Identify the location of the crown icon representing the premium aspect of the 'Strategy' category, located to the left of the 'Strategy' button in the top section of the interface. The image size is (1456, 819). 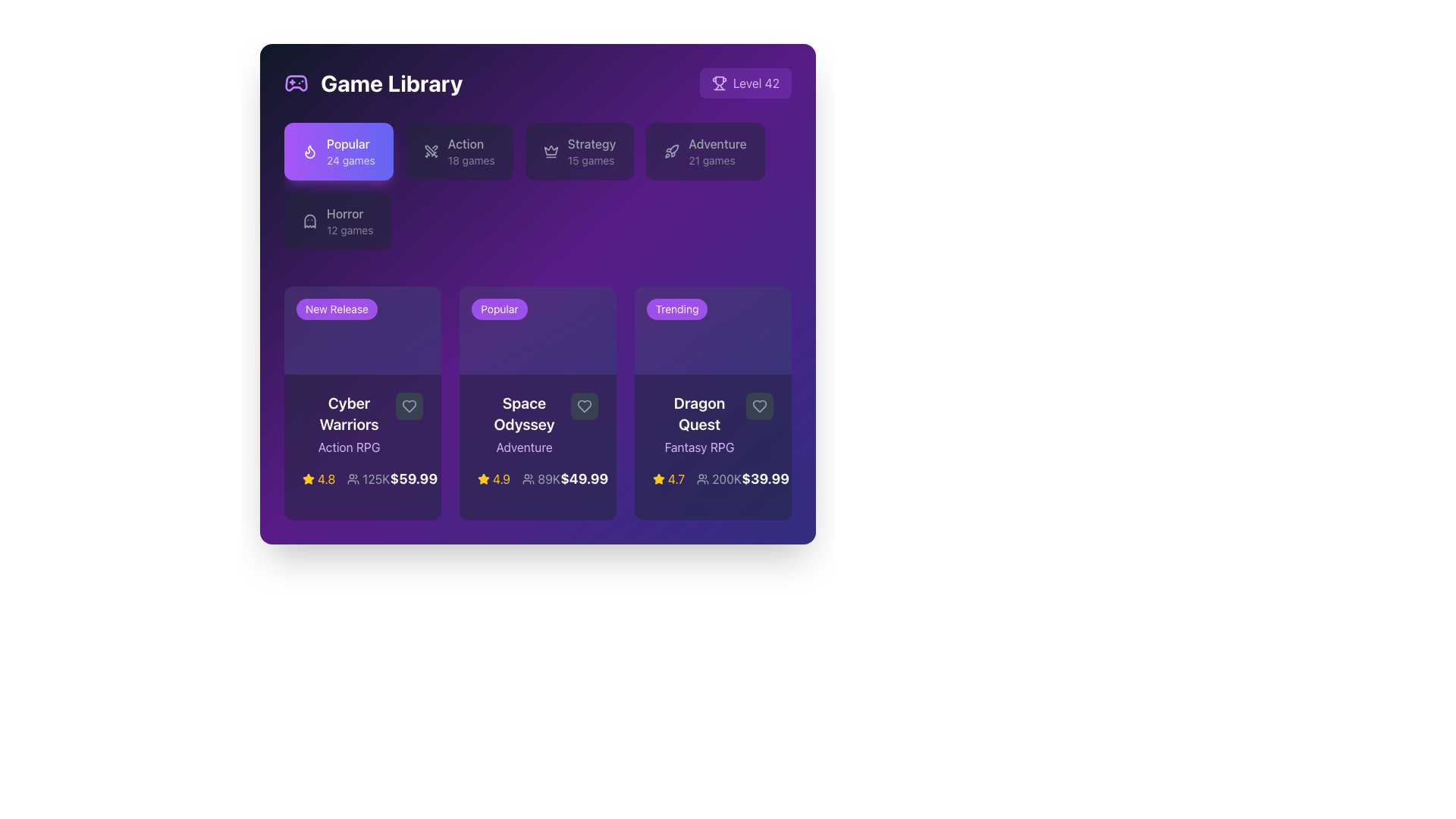
(550, 152).